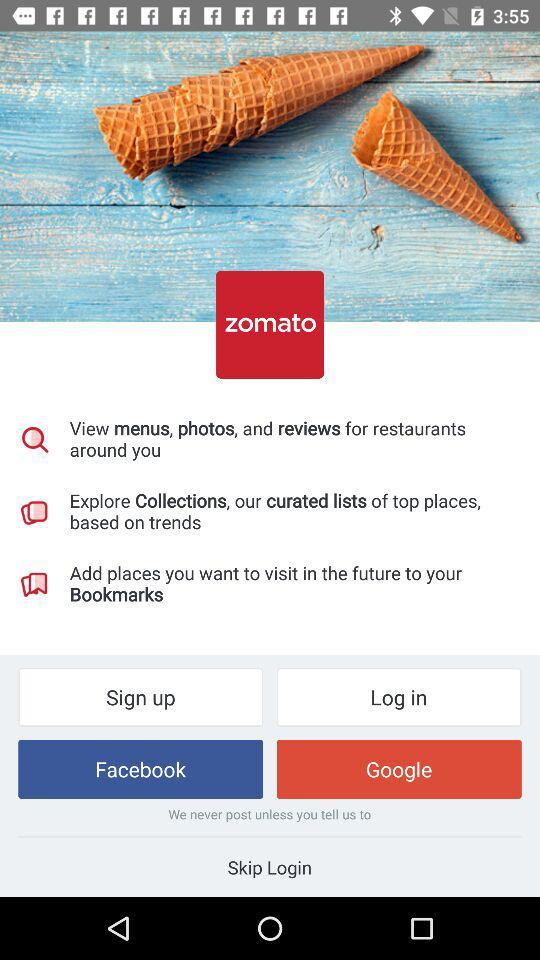 This screenshot has height=960, width=540. Describe the element at coordinates (139, 768) in the screenshot. I see `icon next to the google item` at that location.